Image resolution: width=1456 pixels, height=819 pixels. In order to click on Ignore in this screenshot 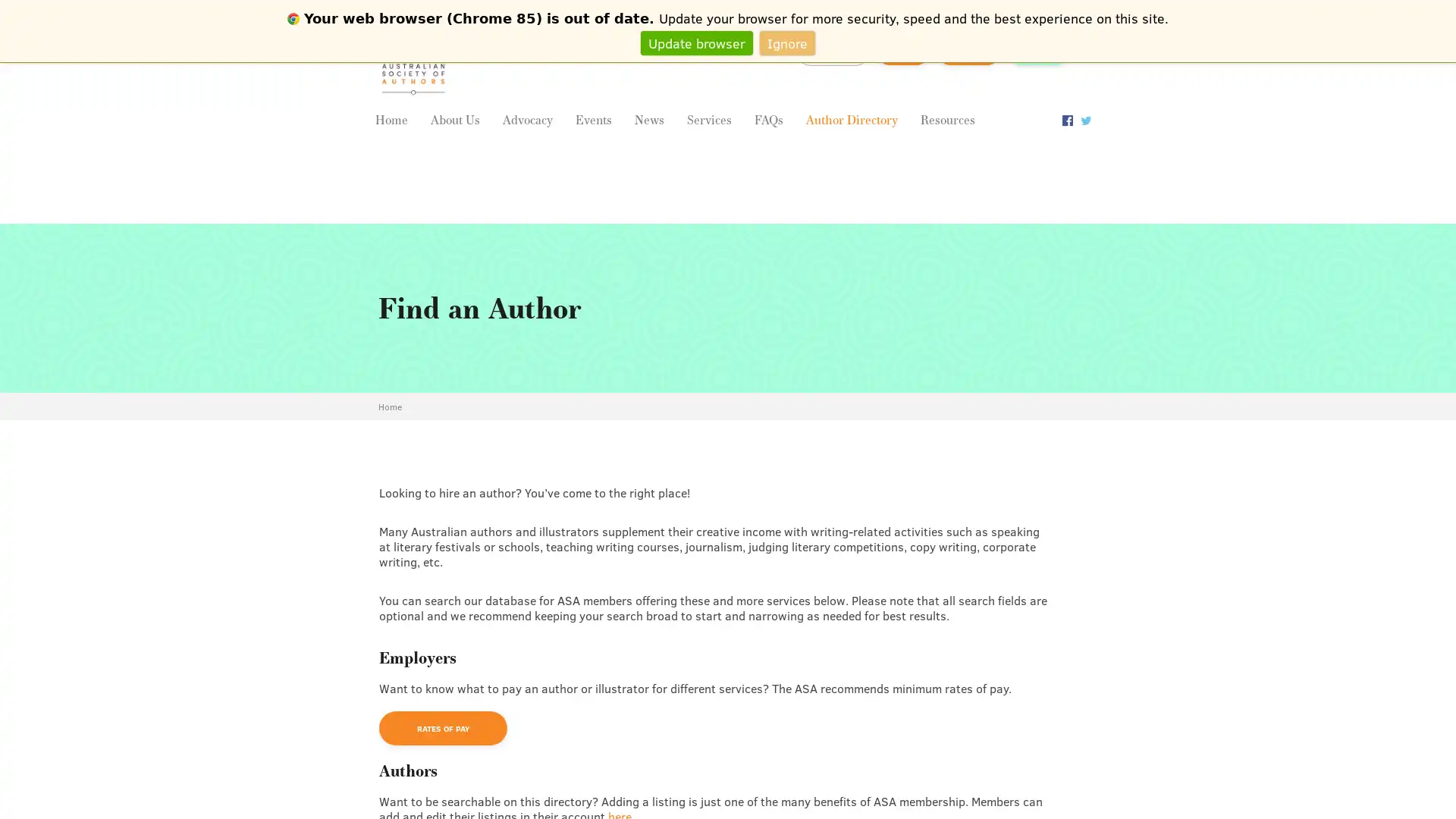, I will do `click(787, 42)`.